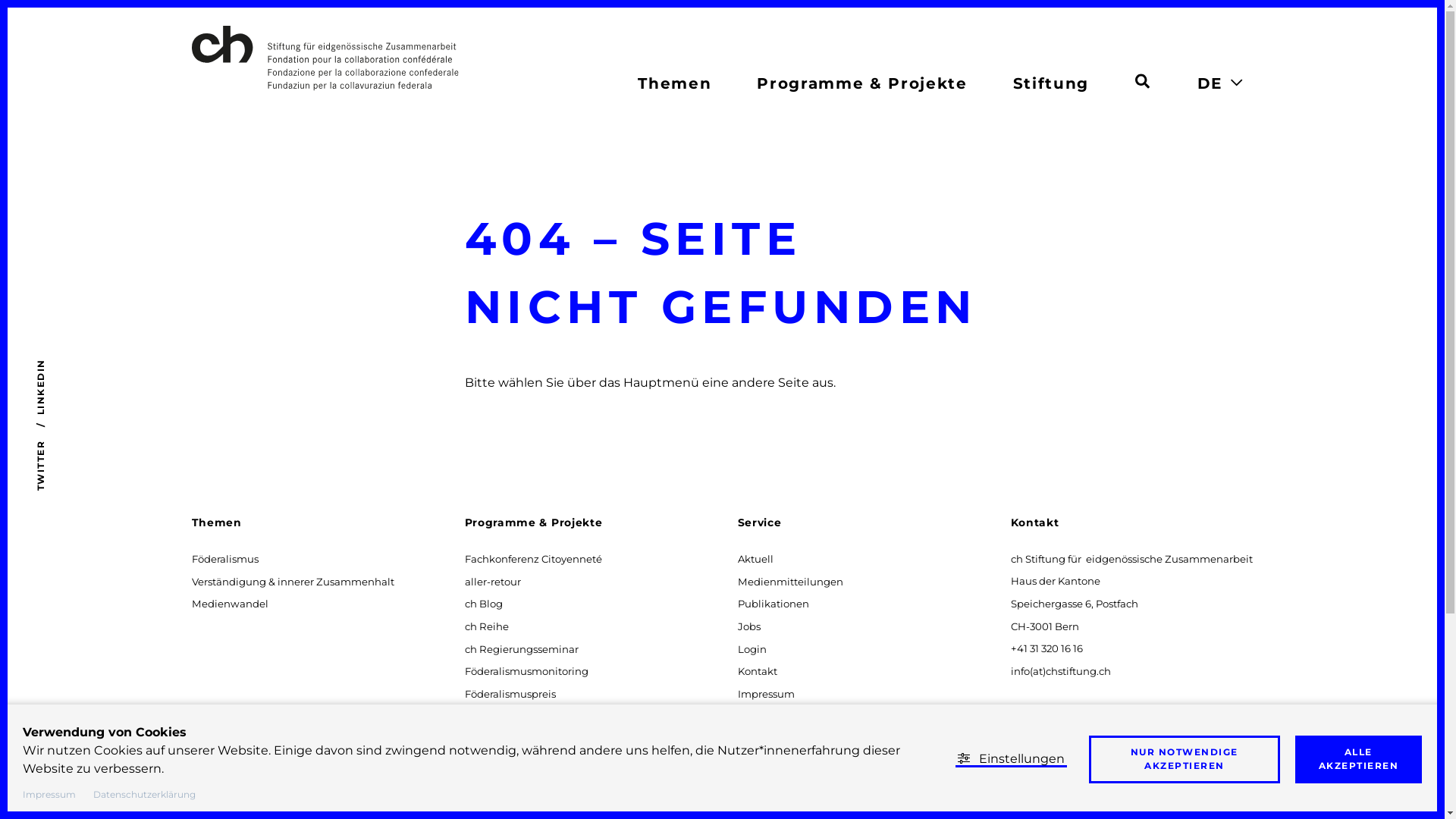 The width and height of the screenshot is (1456, 819). Describe the element at coordinates (49, 792) in the screenshot. I see `'Impressum'` at that location.